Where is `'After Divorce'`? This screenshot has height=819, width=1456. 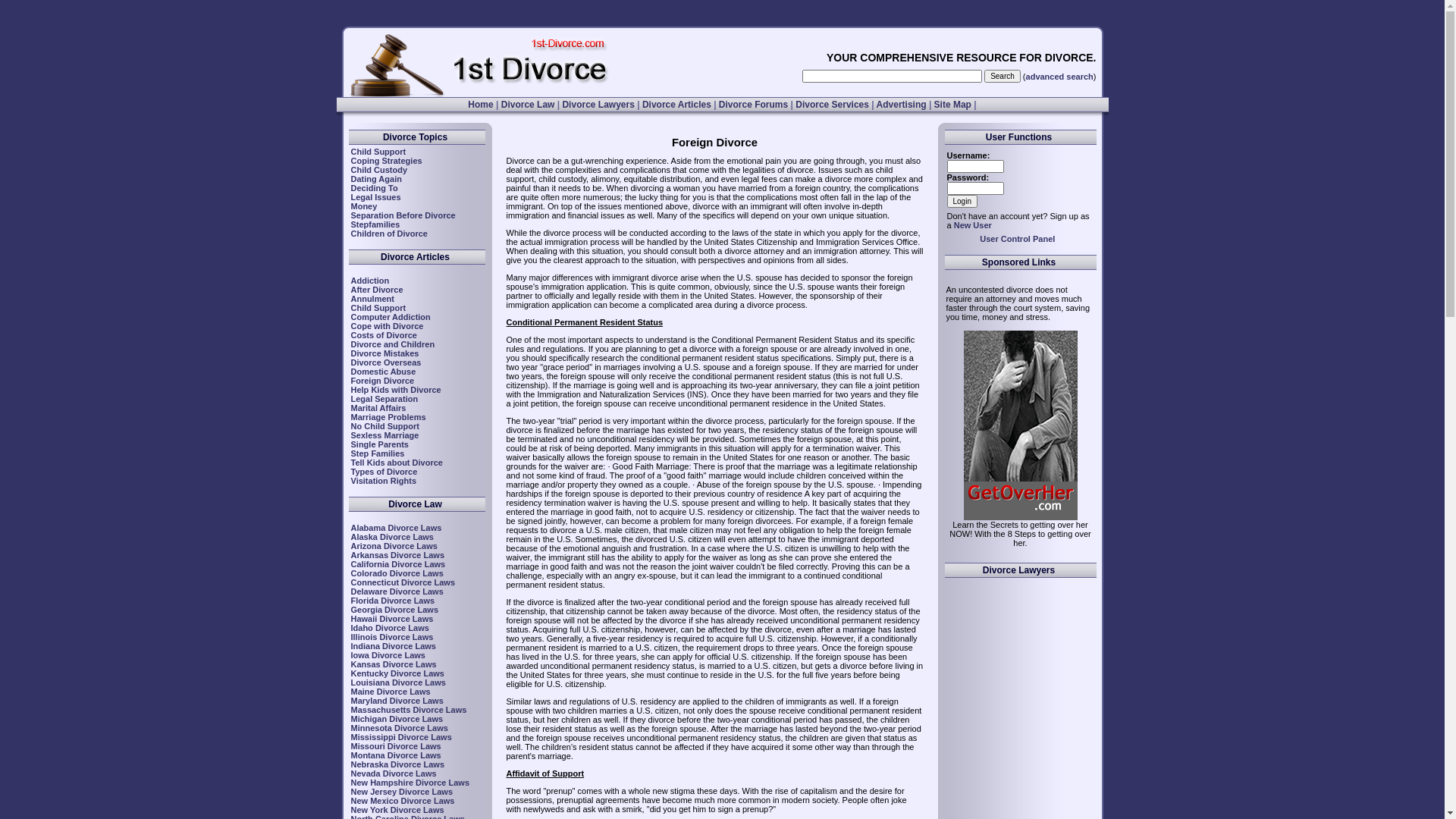 'After Divorce' is located at coordinates (376, 289).